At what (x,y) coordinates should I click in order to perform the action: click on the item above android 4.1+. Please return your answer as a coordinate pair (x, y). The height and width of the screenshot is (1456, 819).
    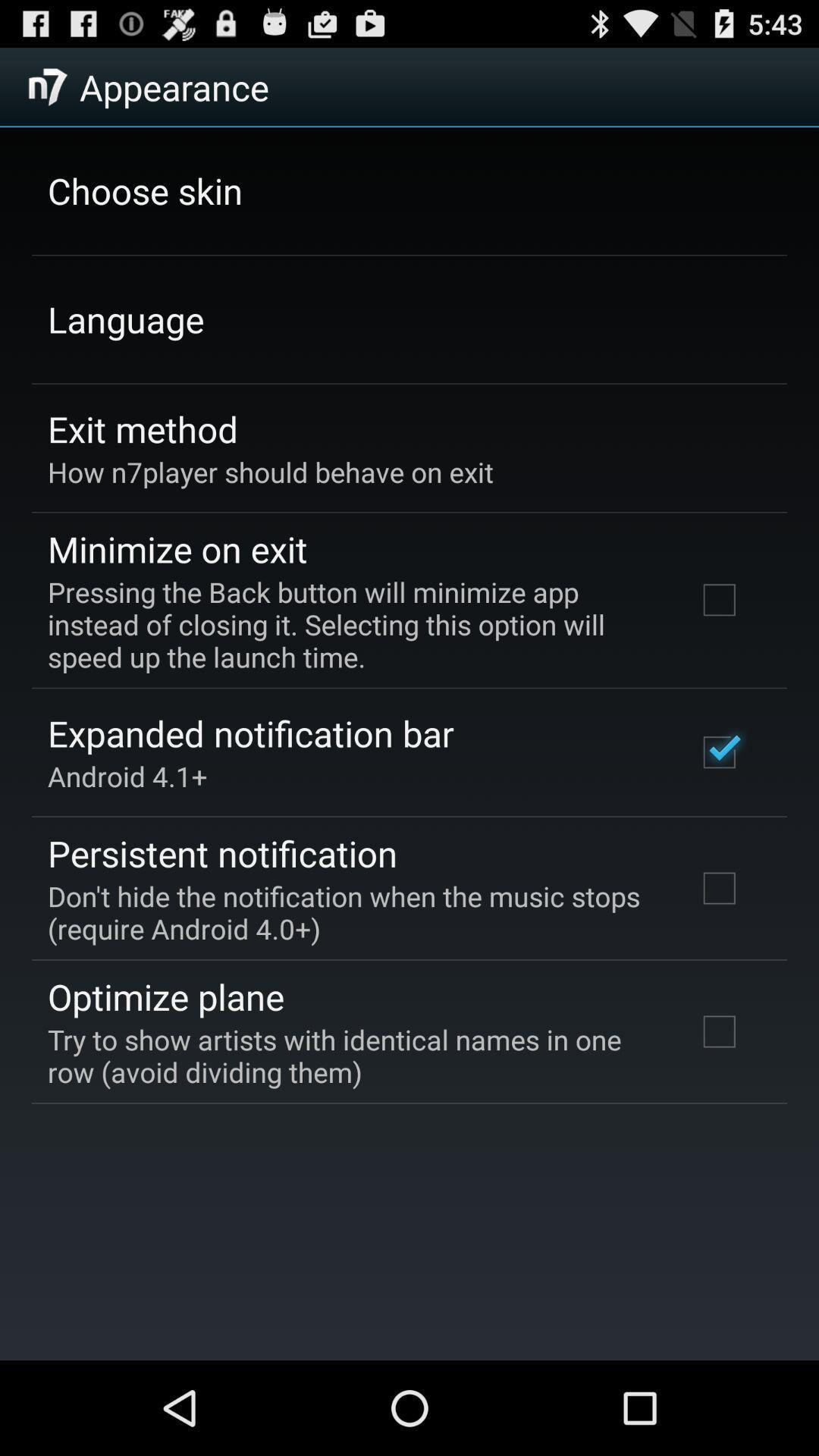
    Looking at the image, I should click on (249, 733).